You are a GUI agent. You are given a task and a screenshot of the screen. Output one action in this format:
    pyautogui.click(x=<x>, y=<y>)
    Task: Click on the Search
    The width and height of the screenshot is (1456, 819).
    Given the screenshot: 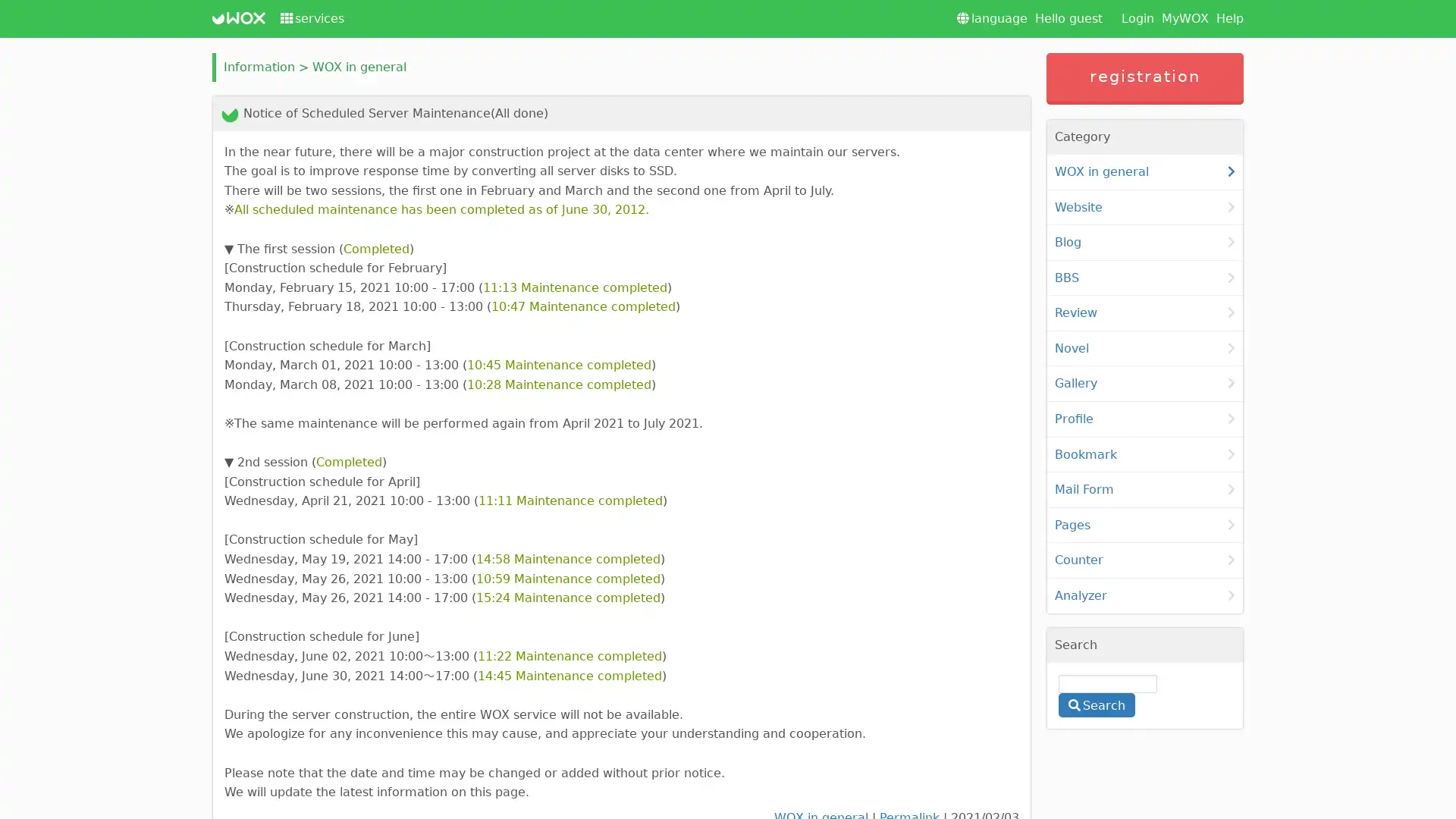 What is the action you would take?
    pyautogui.click(x=1096, y=704)
    